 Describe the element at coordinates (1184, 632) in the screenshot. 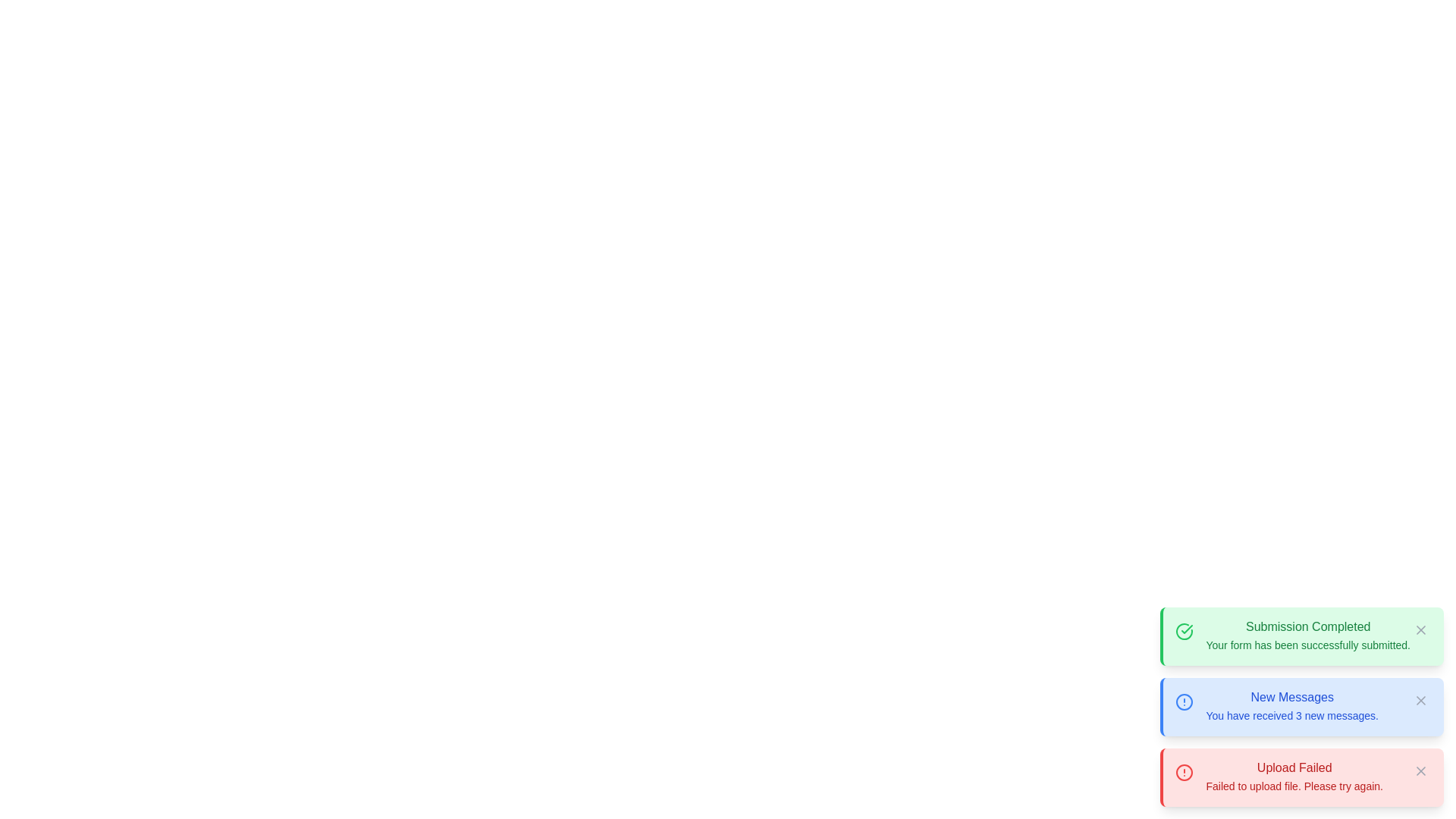

I see `the status indicator icon located to the left of the text in the green message box titled 'Submission Completed.'` at that location.